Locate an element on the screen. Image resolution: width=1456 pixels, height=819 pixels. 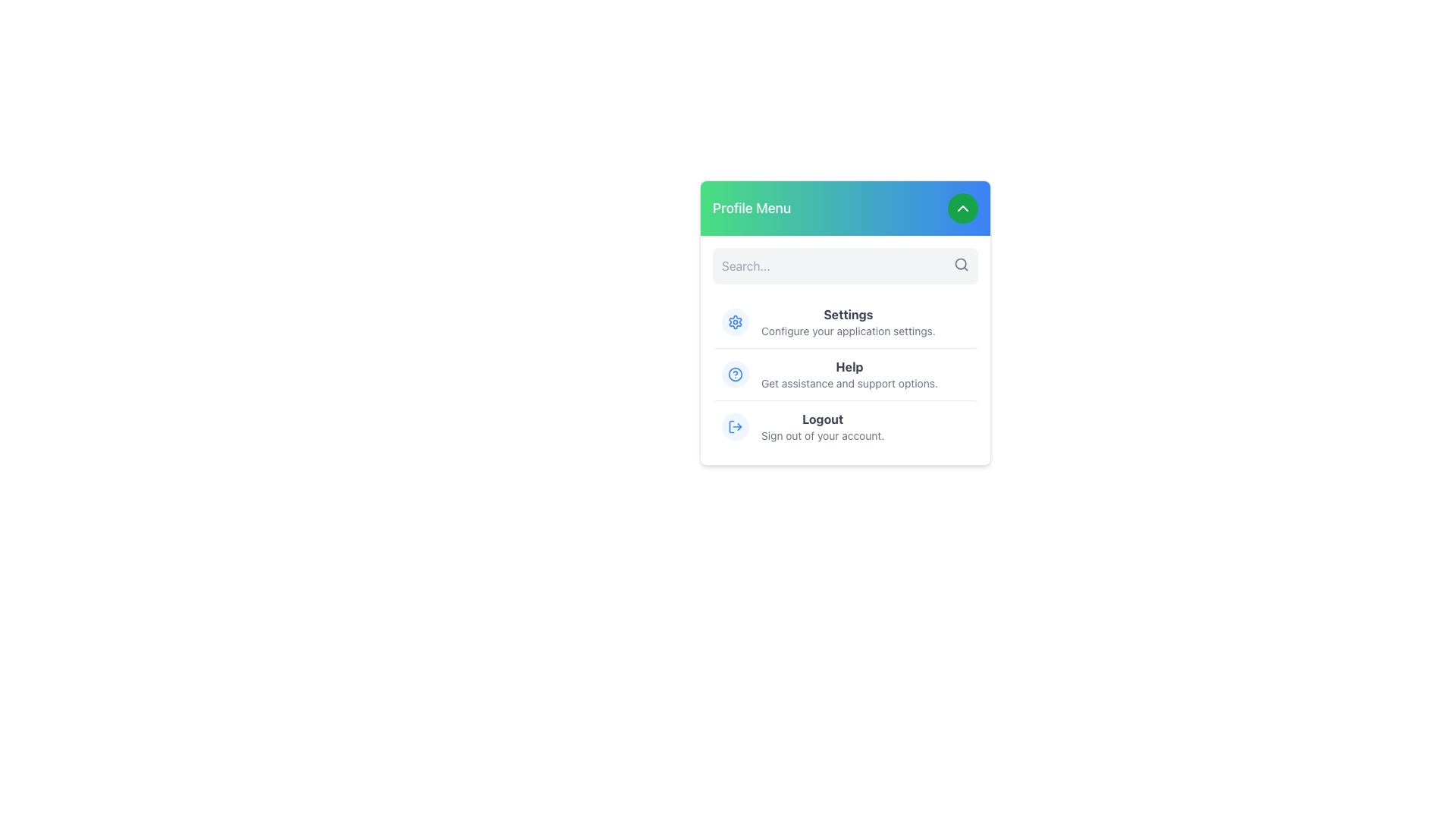
the 'Help' SVG icon in the Profile Menu dropdown is located at coordinates (735, 374).